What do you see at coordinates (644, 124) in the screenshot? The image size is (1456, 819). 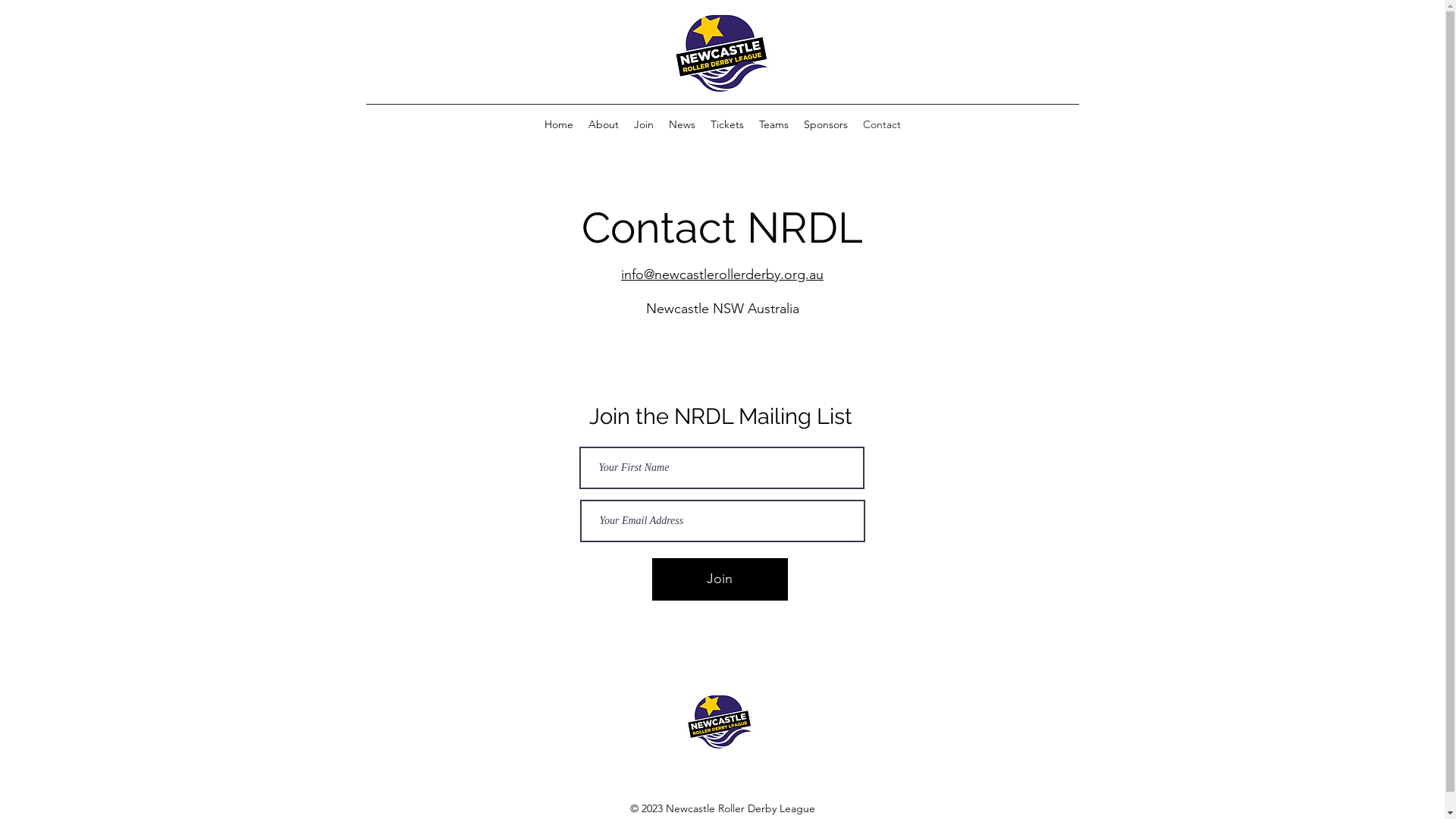 I see `'Join'` at bounding box center [644, 124].